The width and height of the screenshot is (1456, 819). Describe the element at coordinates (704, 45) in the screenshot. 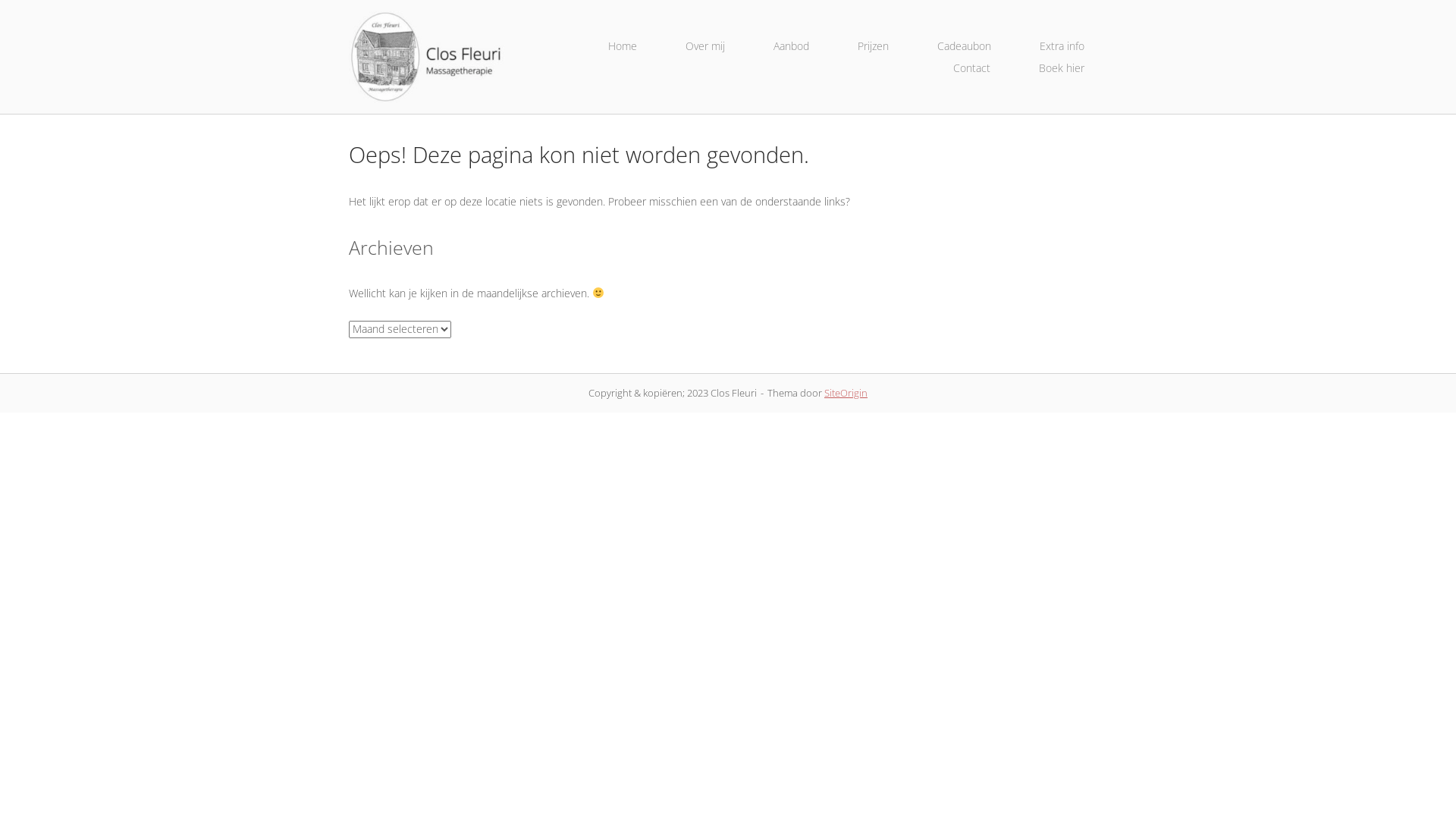

I see `'Over mij'` at that location.